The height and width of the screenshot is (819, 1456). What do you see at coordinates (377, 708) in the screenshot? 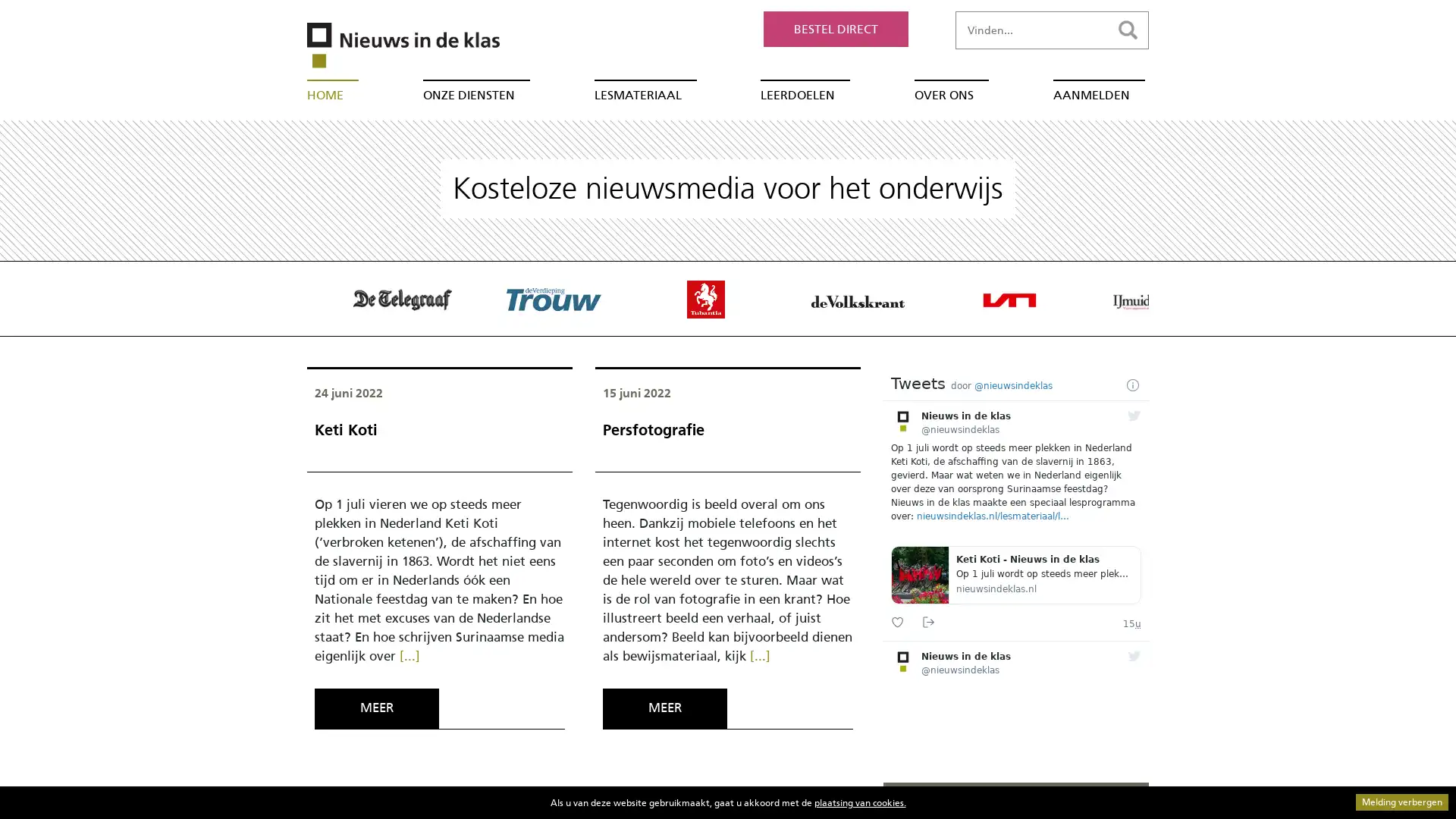
I see `MEER` at bounding box center [377, 708].